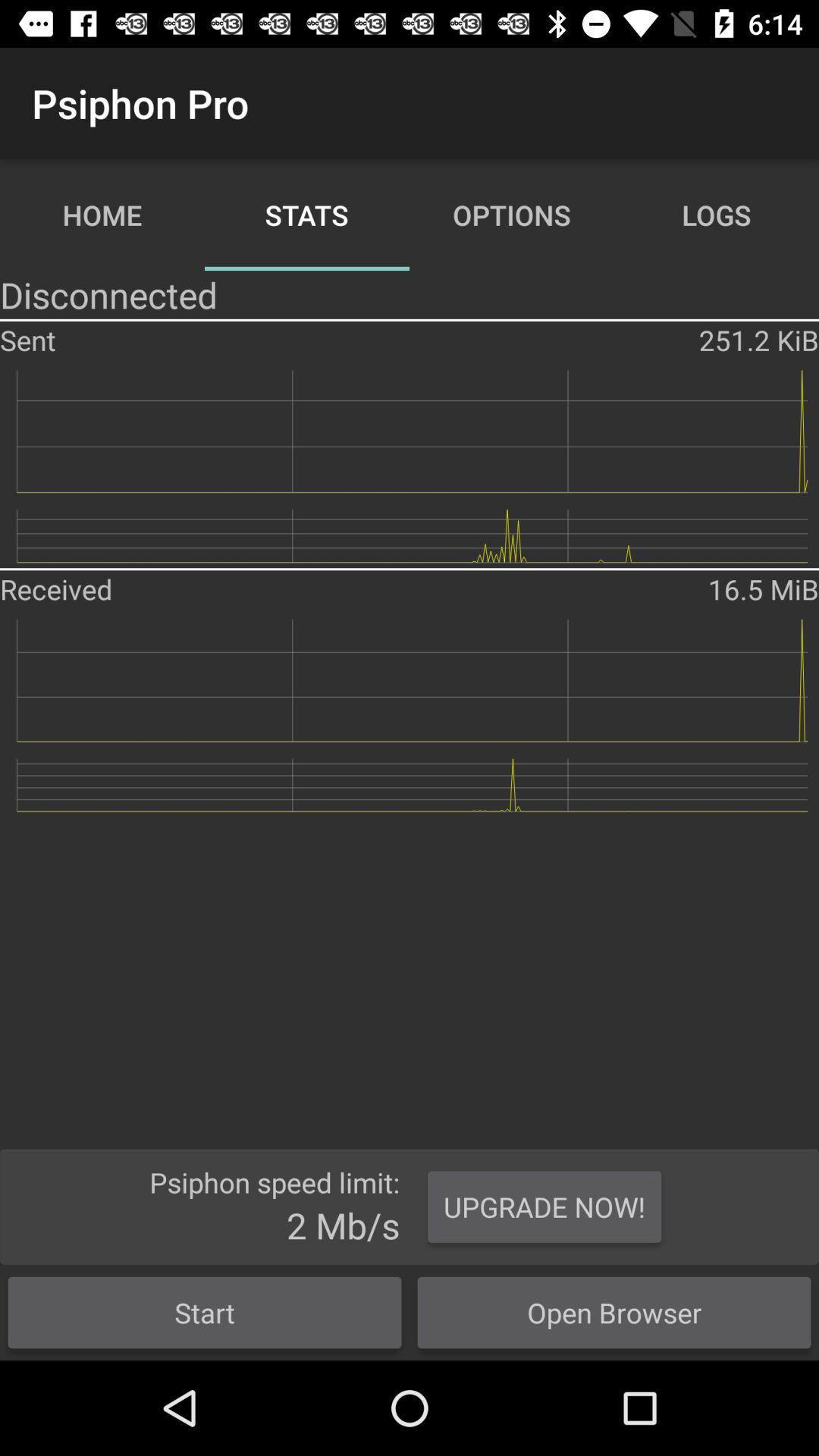 The width and height of the screenshot is (819, 1456). What do you see at coordinates (544, 1206) in the screenshot?
I see `the icon above the open browser` at bounding box center [544, 1206].